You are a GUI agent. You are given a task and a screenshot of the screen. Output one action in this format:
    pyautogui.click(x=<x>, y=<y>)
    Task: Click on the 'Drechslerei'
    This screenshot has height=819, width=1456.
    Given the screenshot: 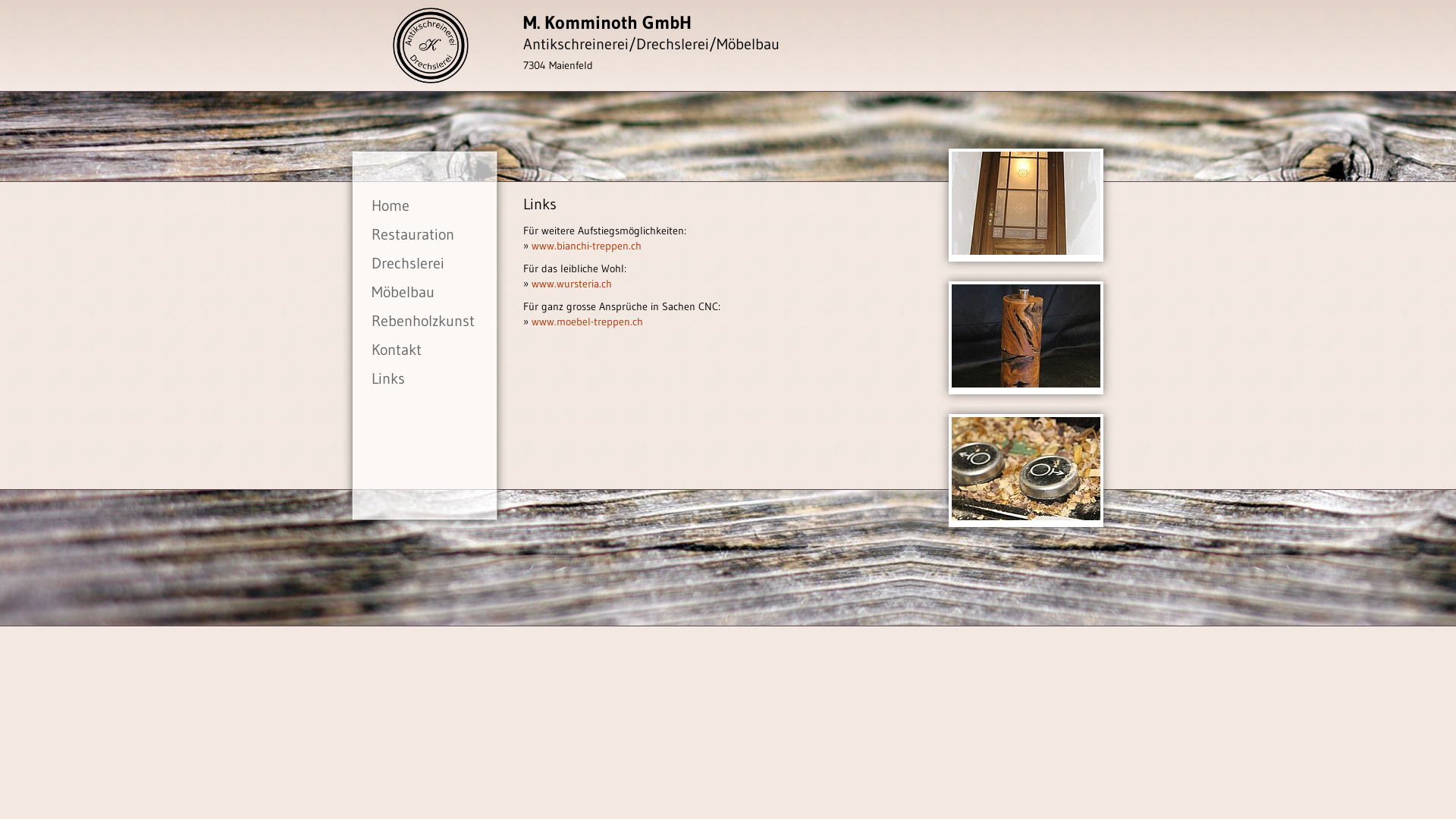 What is the action you would take?
    pyautogui.click(x=425, y=262)
    